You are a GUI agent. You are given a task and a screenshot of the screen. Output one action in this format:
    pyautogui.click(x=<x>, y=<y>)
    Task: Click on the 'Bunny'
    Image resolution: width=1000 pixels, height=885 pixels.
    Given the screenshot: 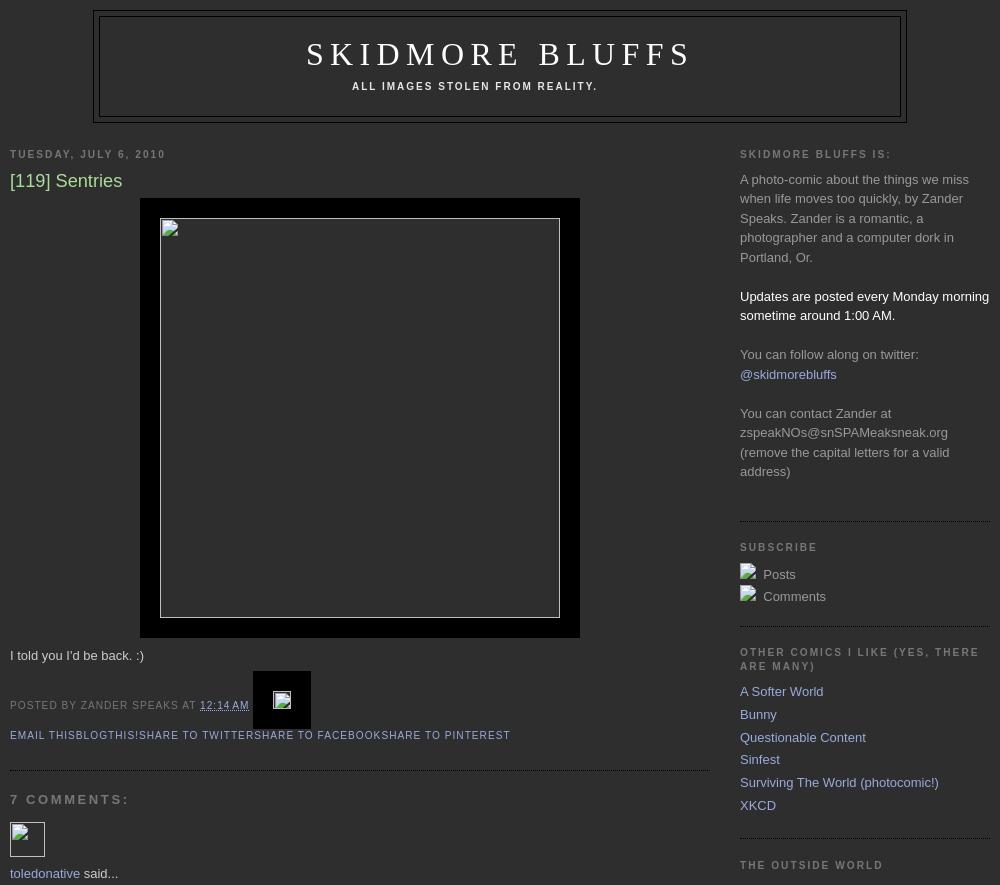 What is the action you would take?
    pyautogui.click(x=758, y=712)
    